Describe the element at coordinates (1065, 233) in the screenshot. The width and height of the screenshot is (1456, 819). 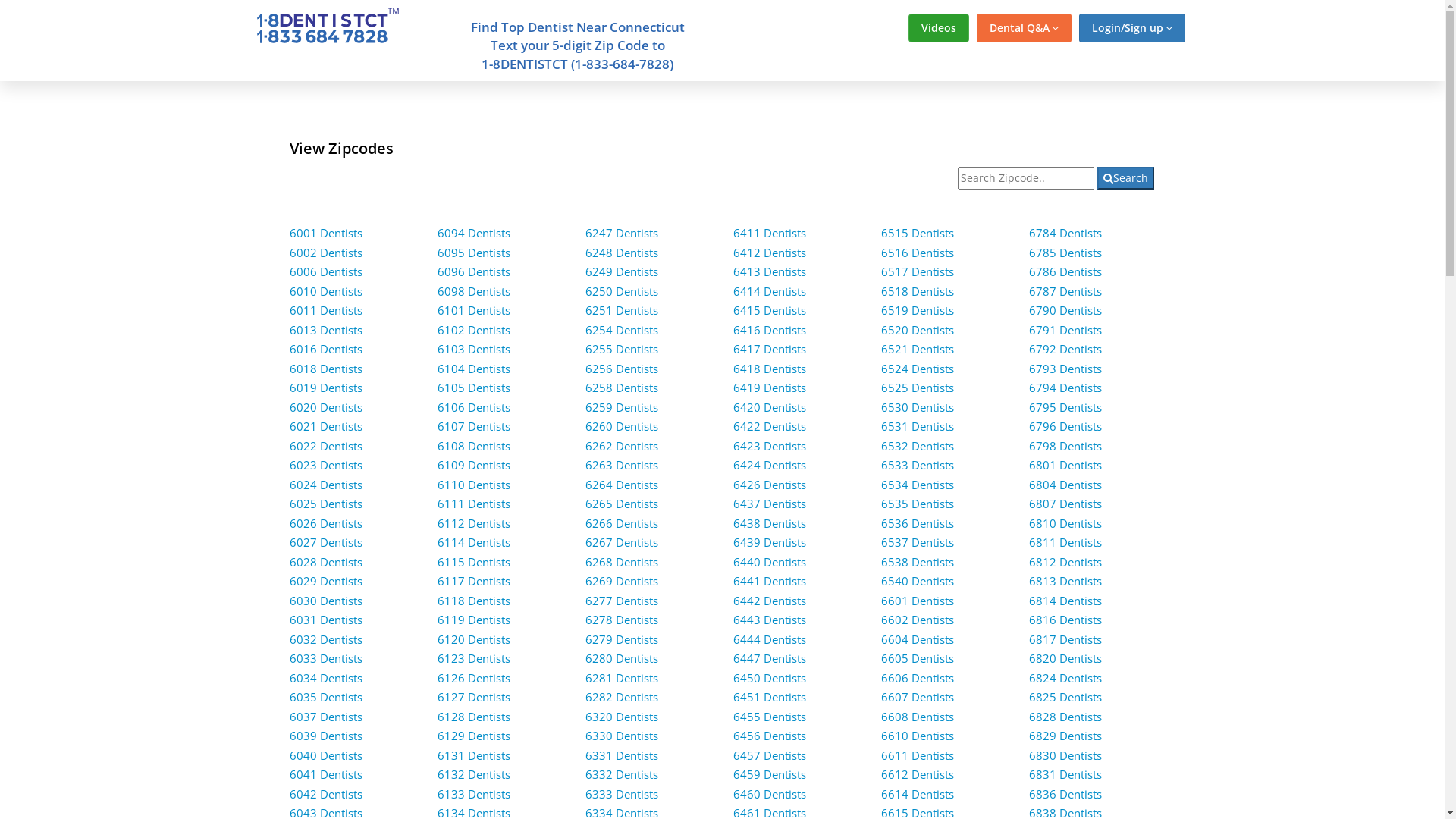
I see `'6784 Dentists'` at that location.